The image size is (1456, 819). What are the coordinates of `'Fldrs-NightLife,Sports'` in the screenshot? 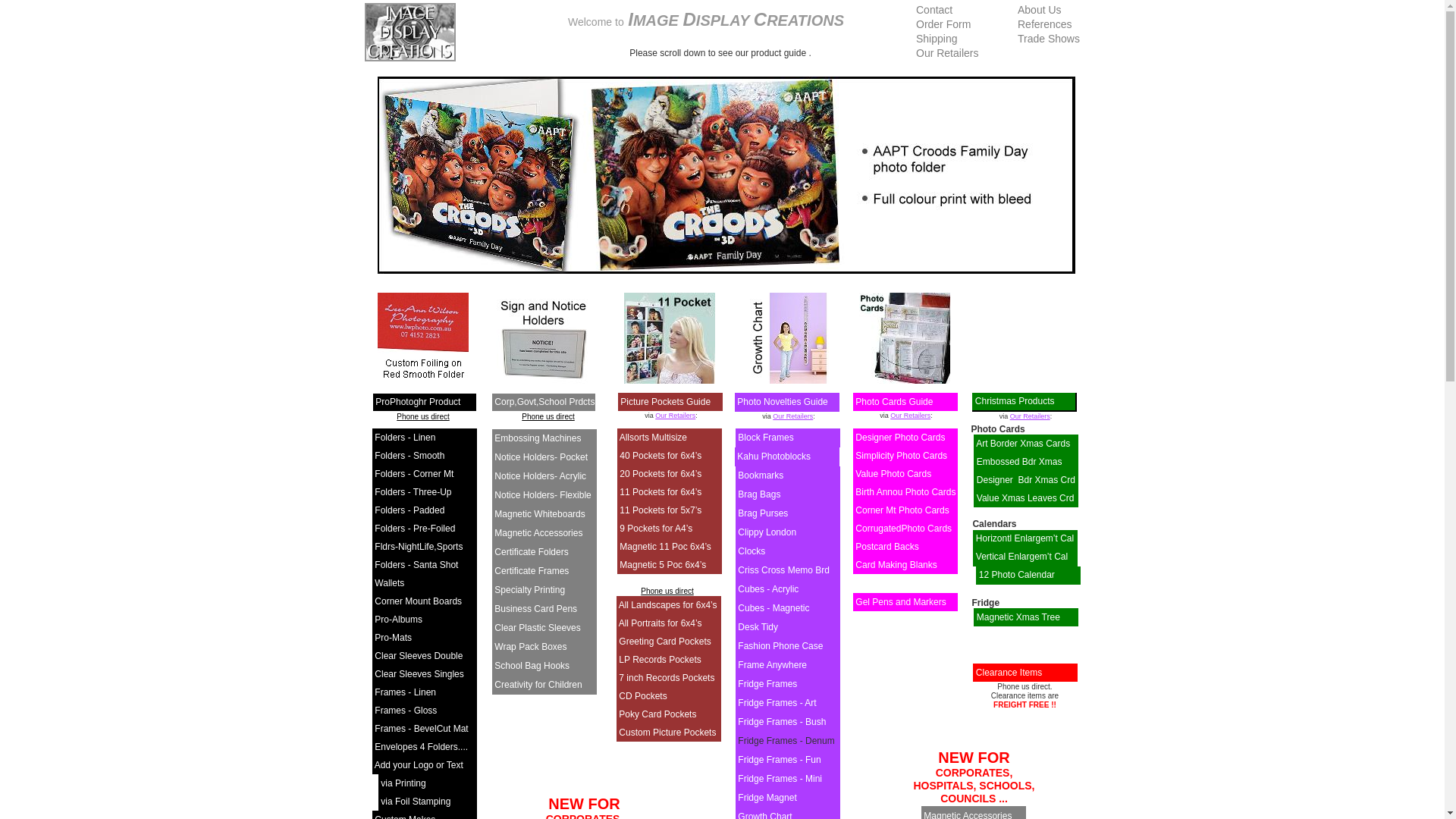 It's located at (419, 547).